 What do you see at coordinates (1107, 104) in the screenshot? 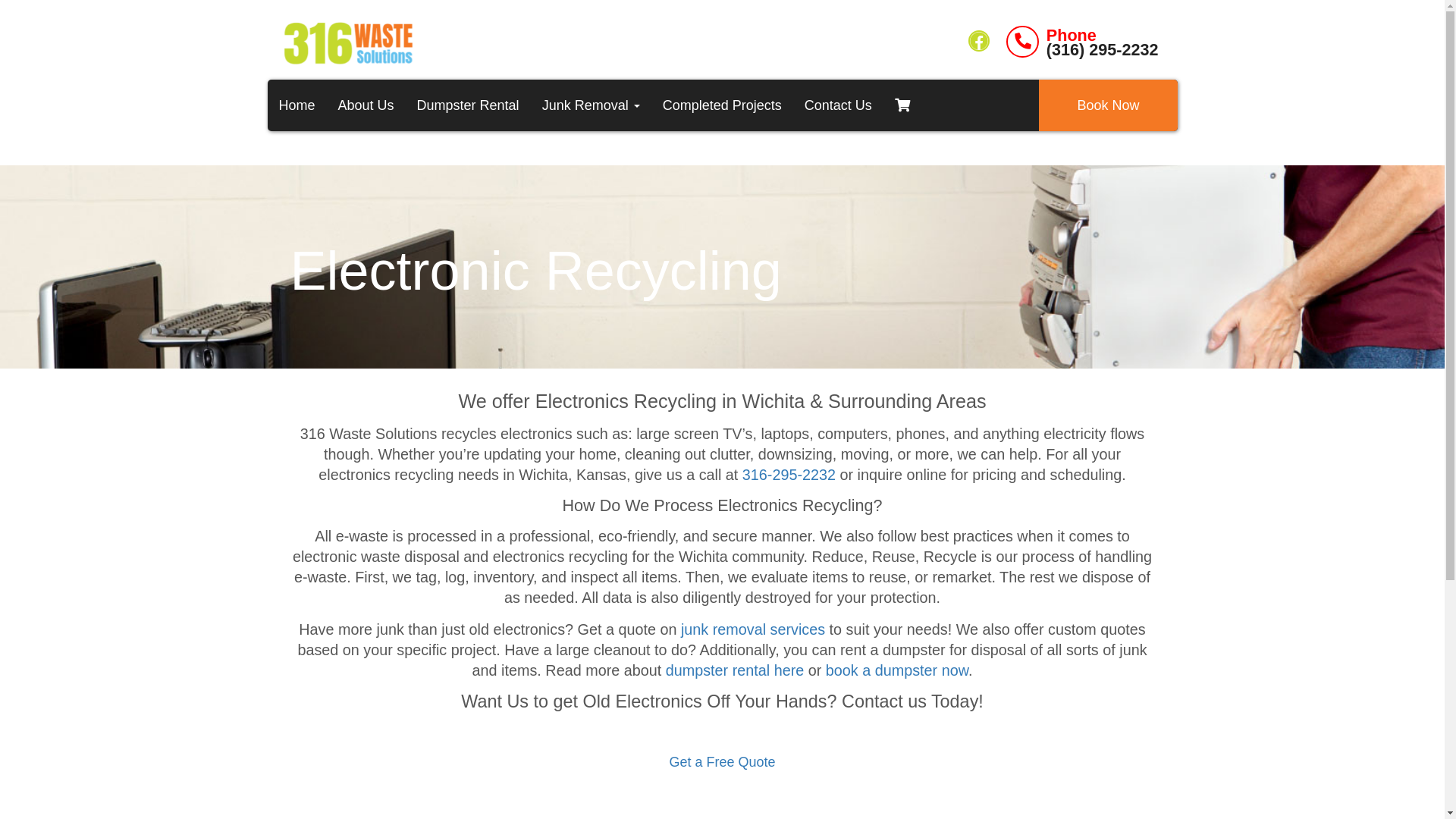
I see `'Book Now'` at bounding box center [1107, 104].